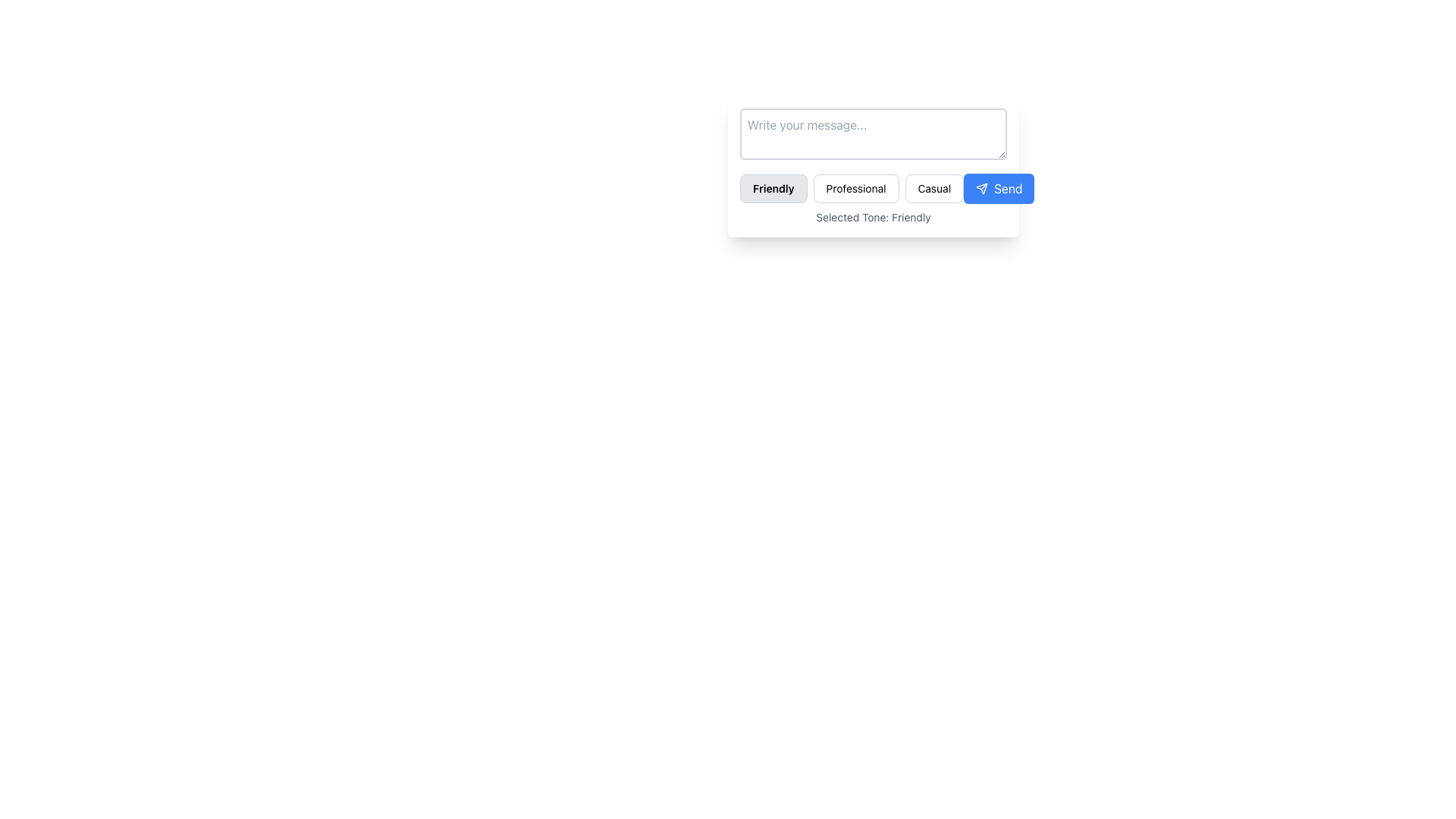 This screenshot has height=819, width=1456. What do you see at coordinates (1008, 188) in the screenshot?
I see `the button labeled 'Send', which is a white text on a blue background, positioned centrally within a rounded rectangular button on the rightmost side of a button group for sending messages` at bounding box center [1008, 188].